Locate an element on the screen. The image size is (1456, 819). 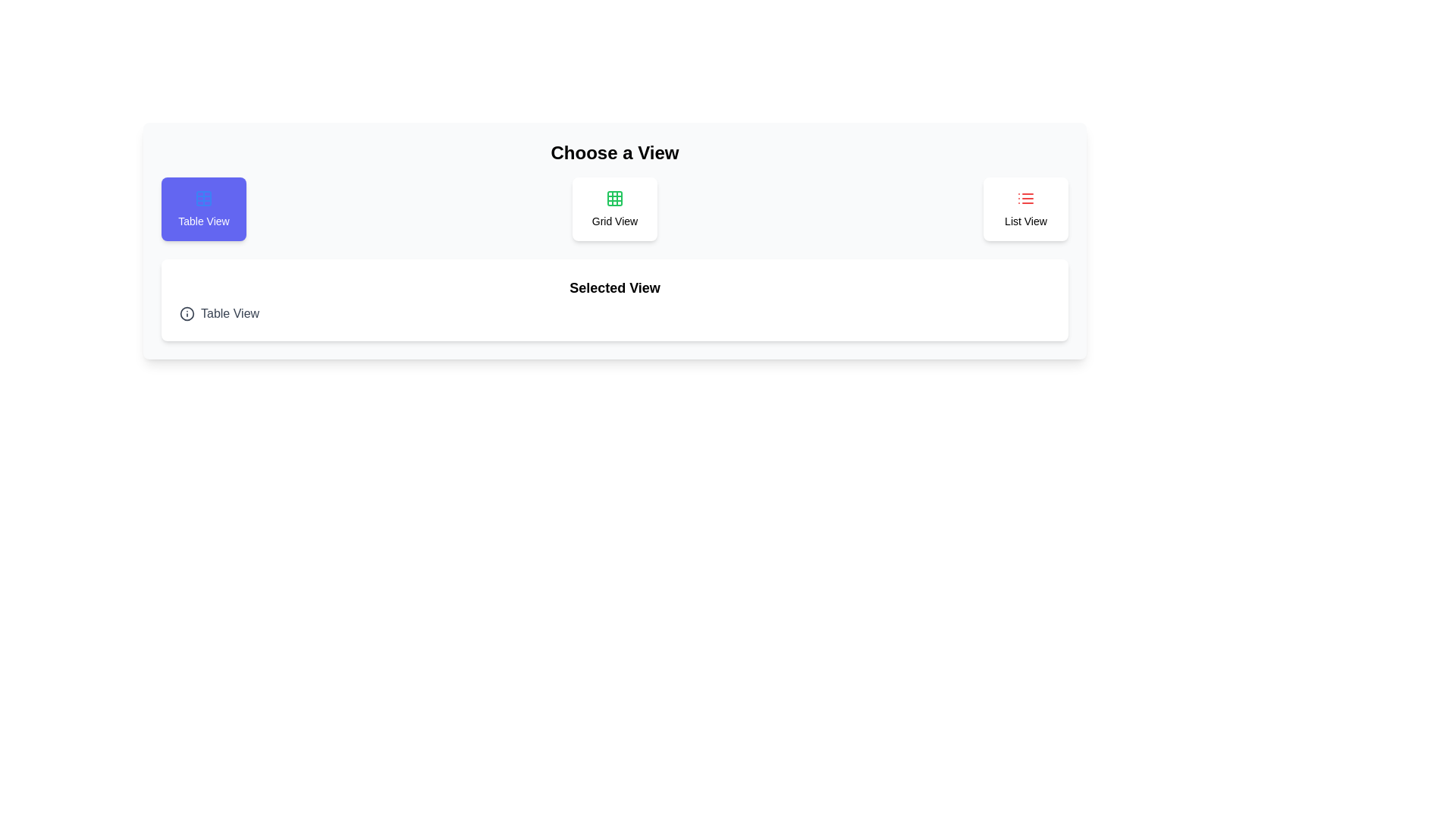
the header text indicating the currently selected view within the UI component for choosing different views is located at coordinates (615, 288).